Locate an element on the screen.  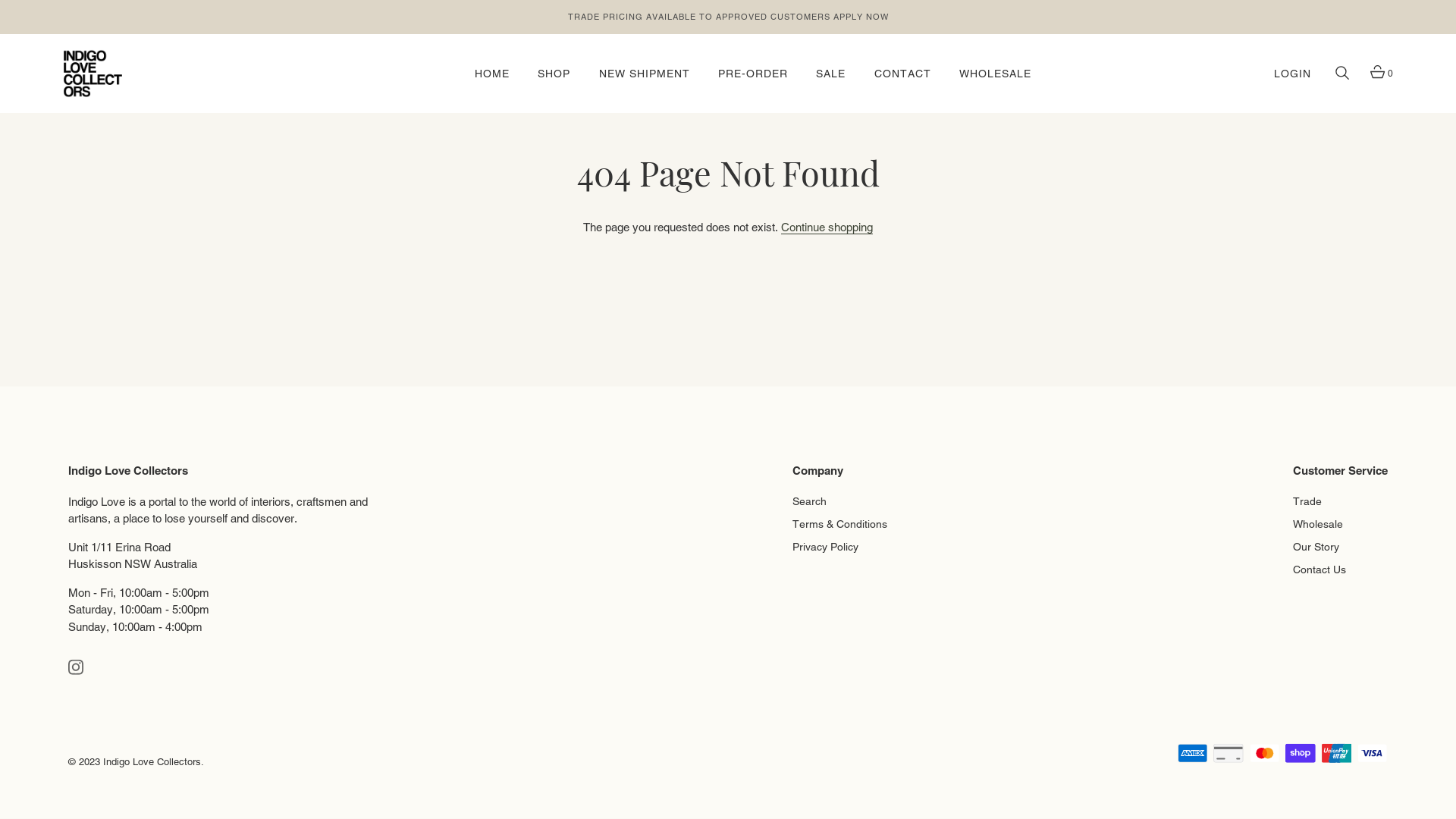
'Our Story' is located at coordinates (1315, 543).